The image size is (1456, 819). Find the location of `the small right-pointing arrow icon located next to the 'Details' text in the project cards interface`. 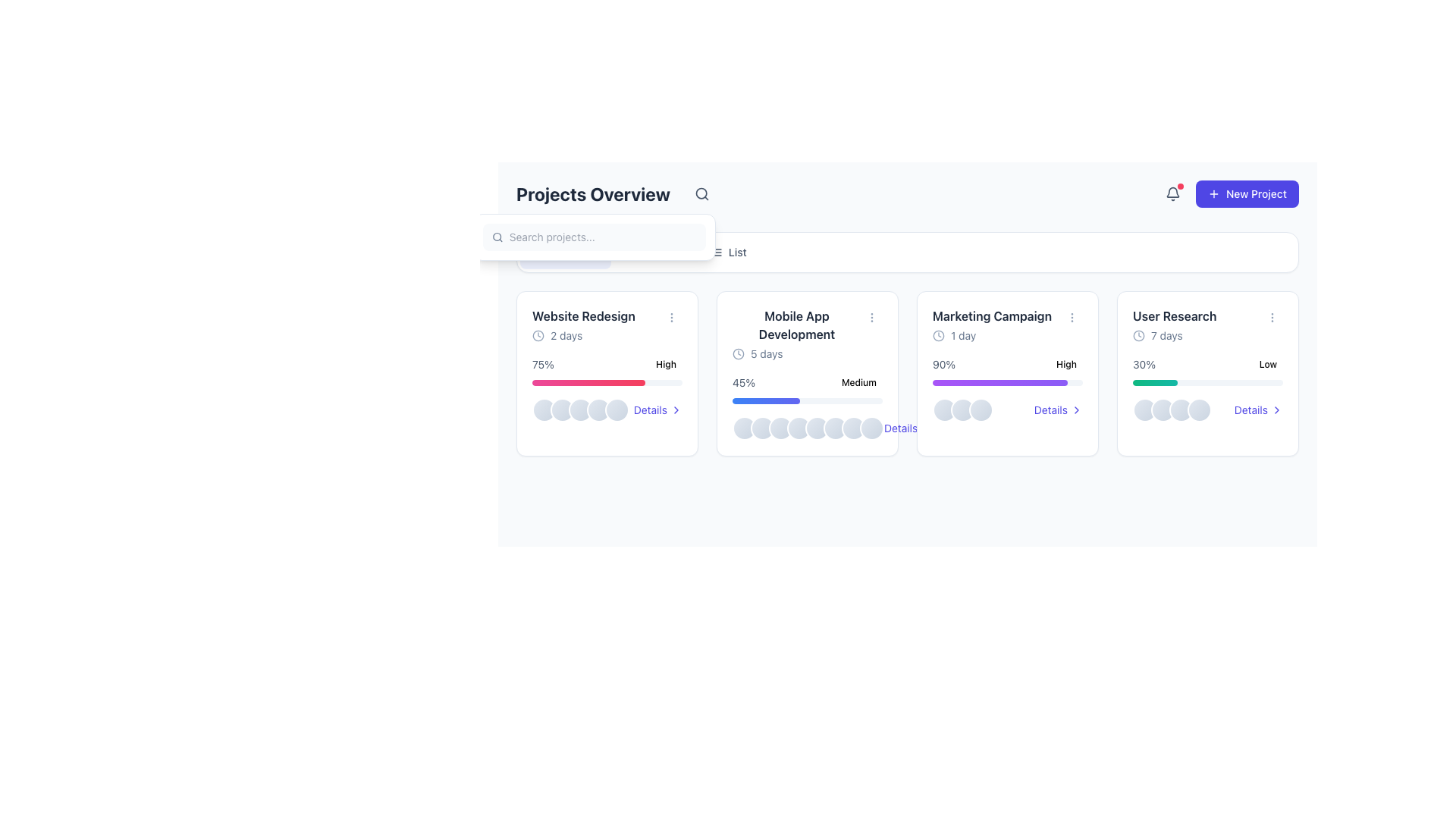

the small right-pointing arrow icon located next to the 'Details' text in the project cards interface is located at coordinates (1076, 409).